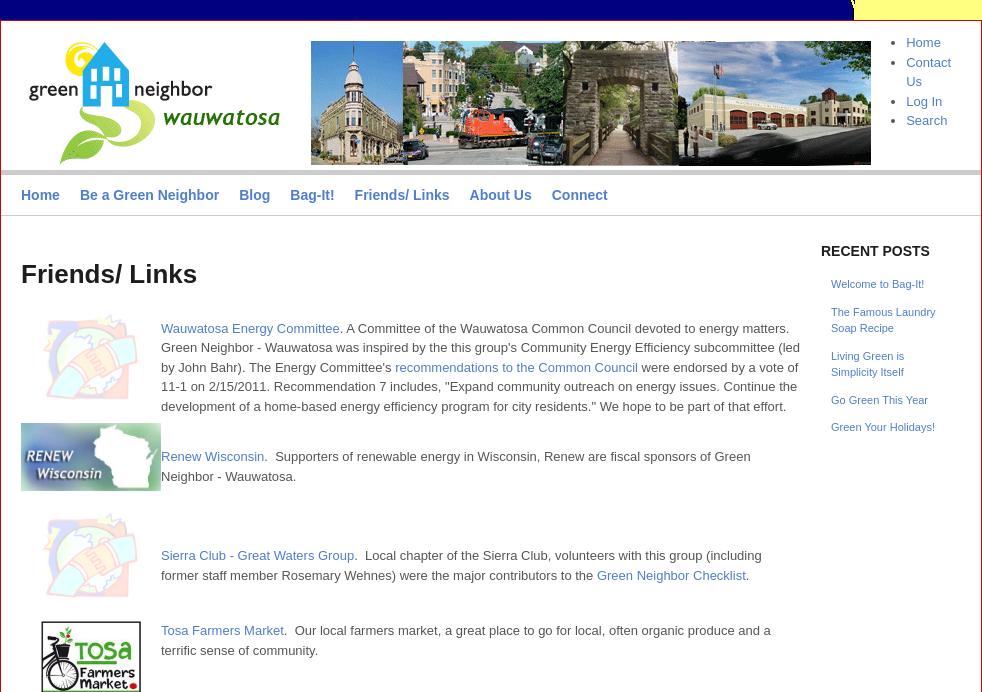 The width and height of the screenshot is (982, 692). What do you see at coordinates (926, 120) in the screenshot?
I see `'Search'` at bounding box center [926, 120].